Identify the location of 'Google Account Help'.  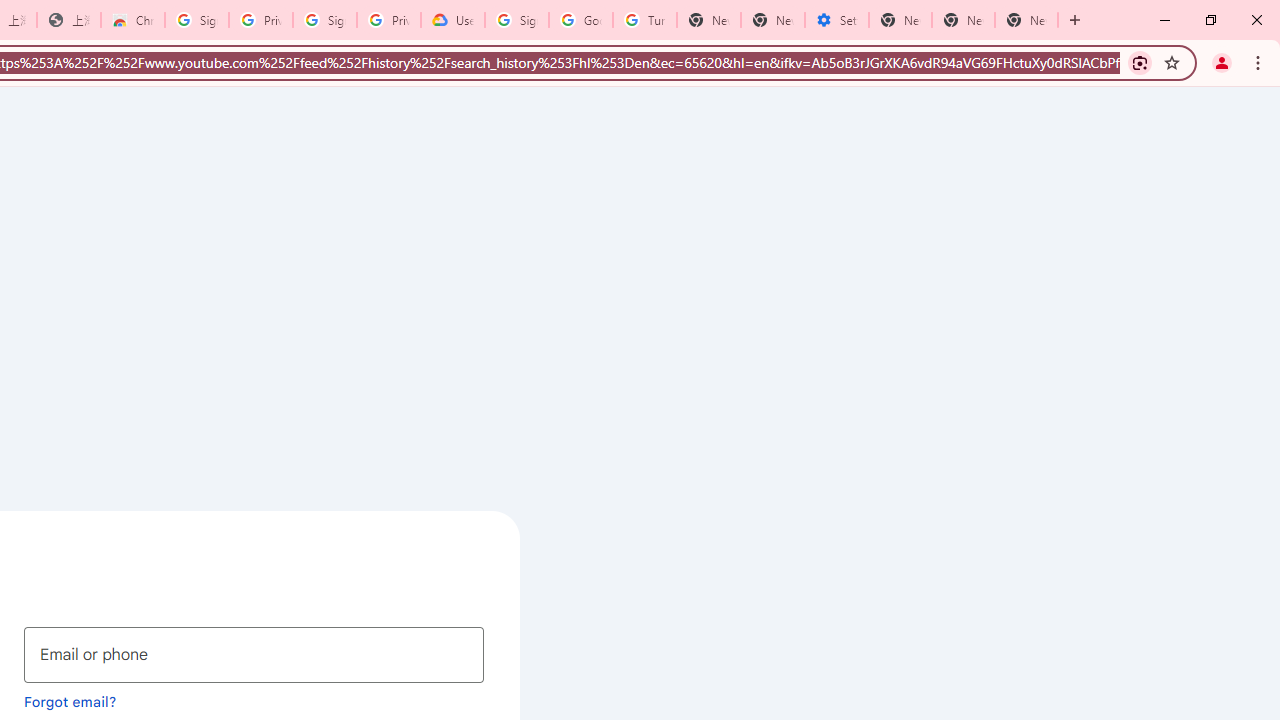
(580, 20).